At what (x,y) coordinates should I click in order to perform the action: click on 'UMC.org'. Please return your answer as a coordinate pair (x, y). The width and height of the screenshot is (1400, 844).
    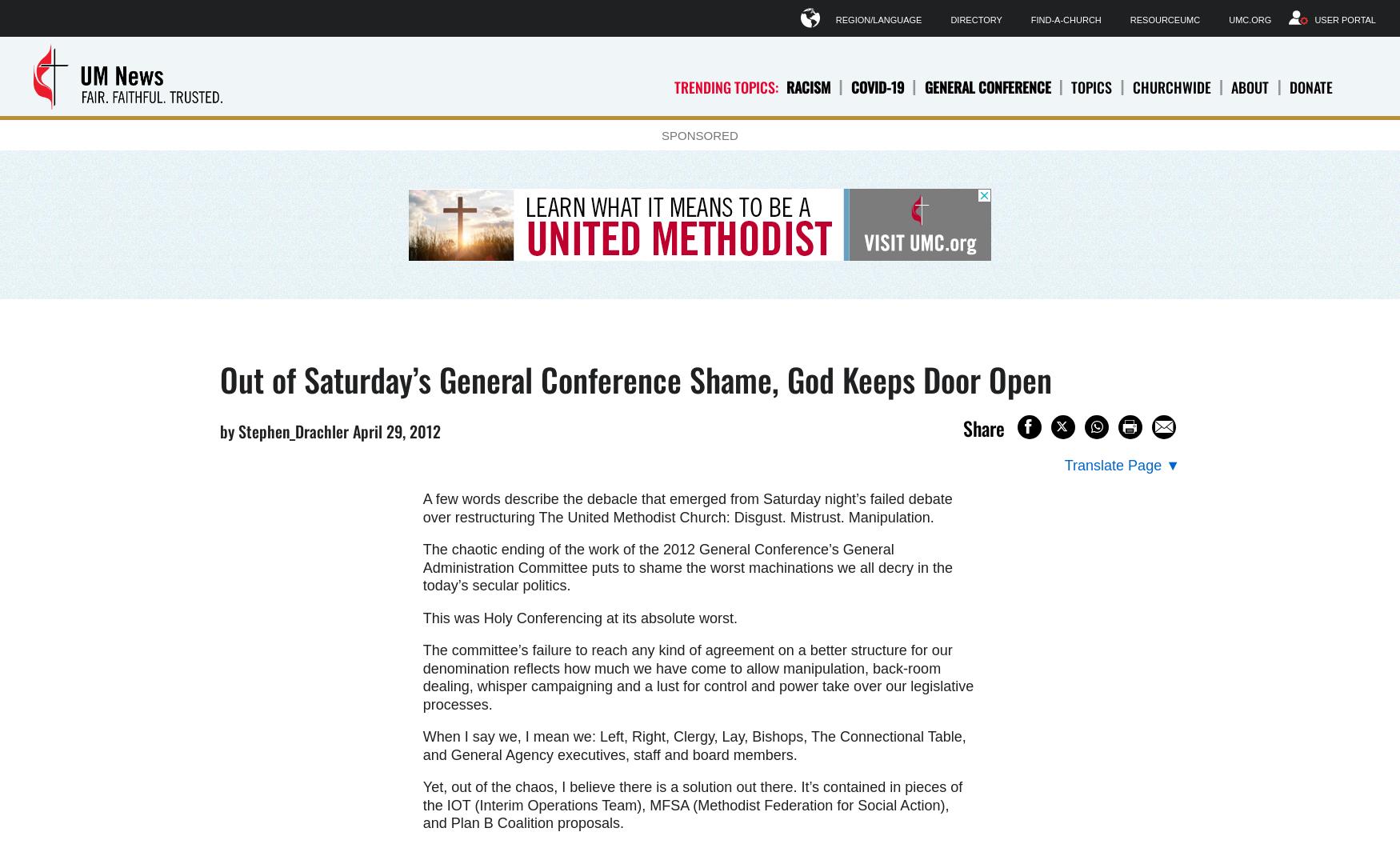
    Looking at the image, I should click on (1249, 20).